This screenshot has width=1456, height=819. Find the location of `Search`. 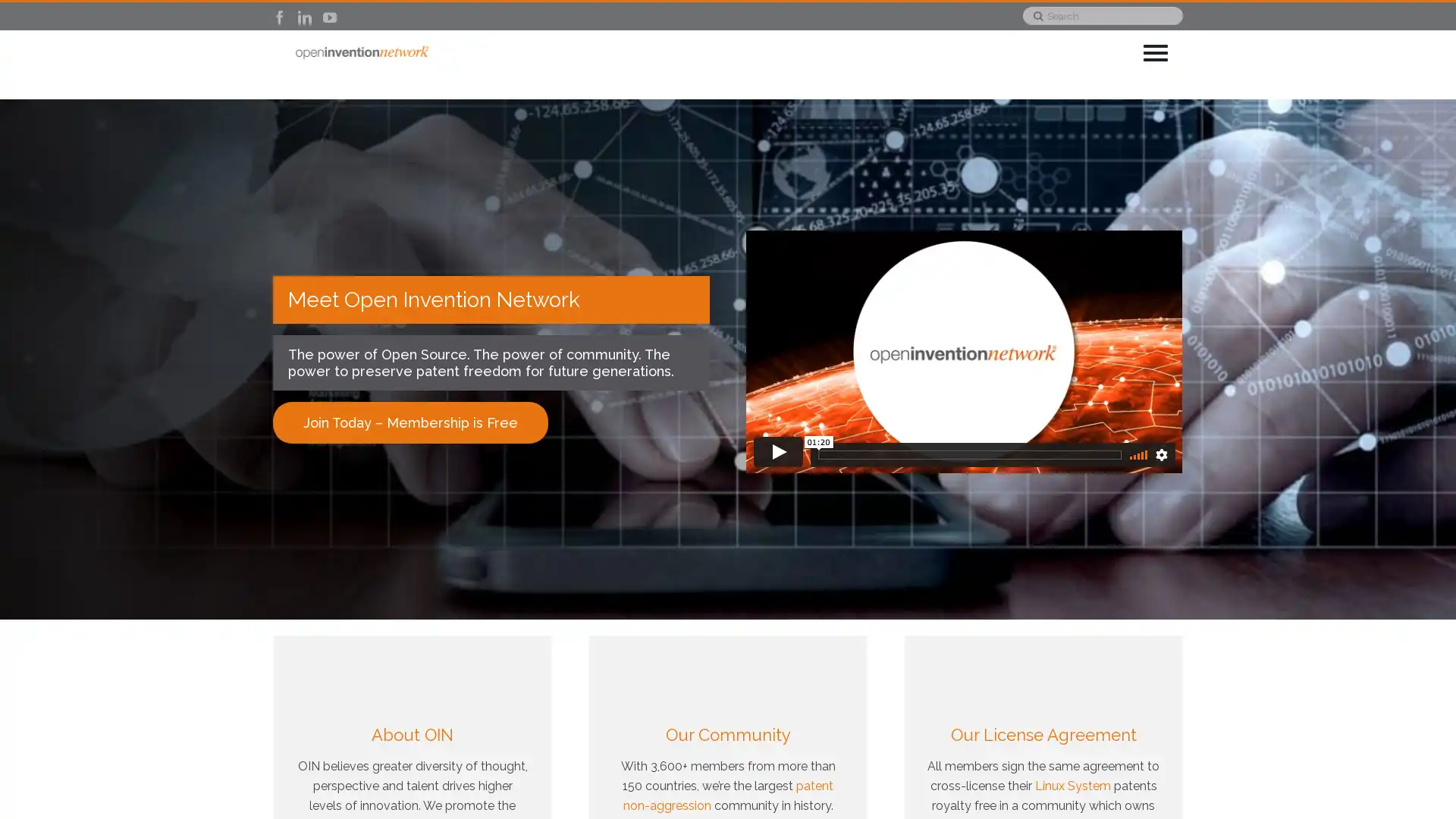

Search is located at coordinates (1031, 15).